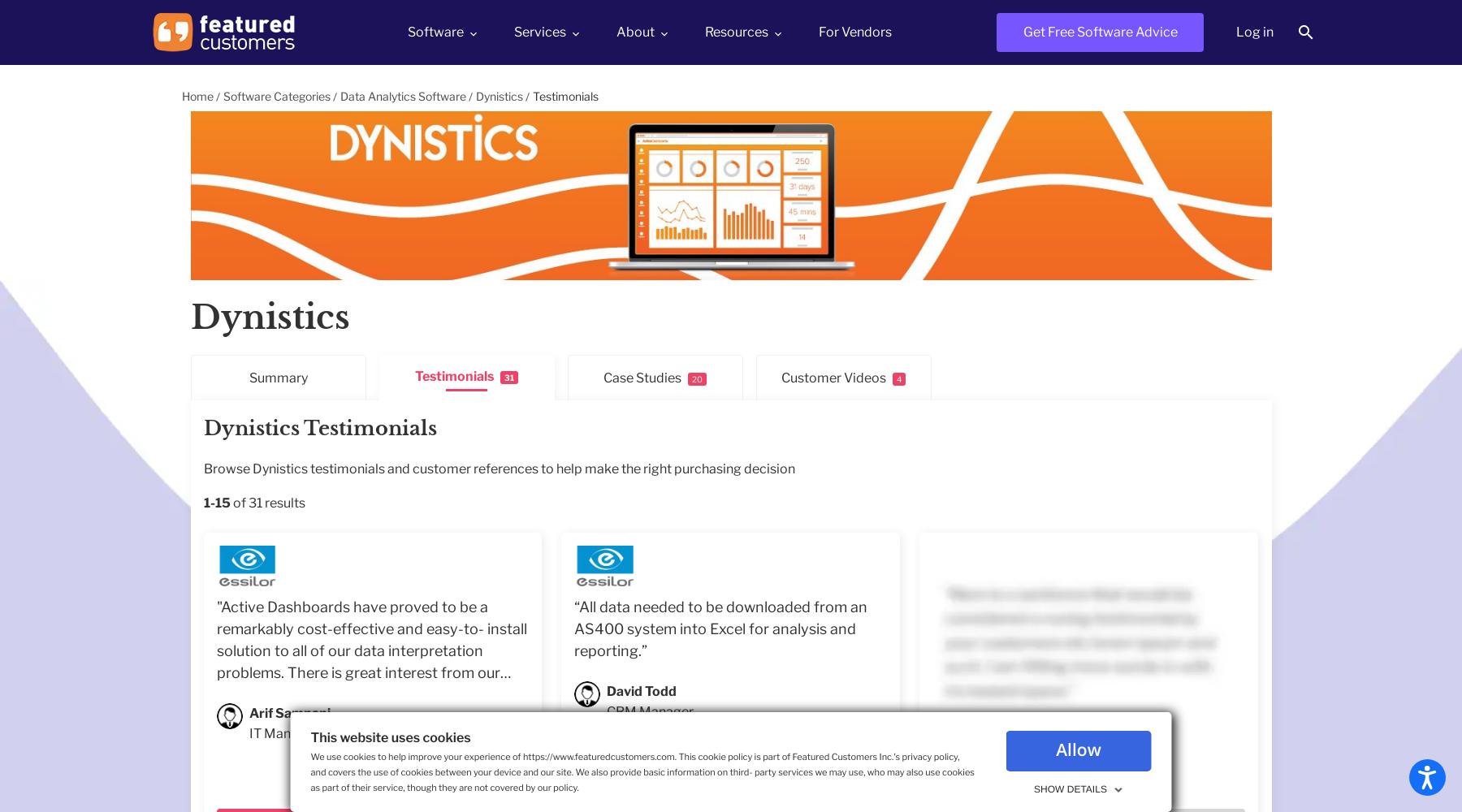 This screenshot has width=1462, height=812. What do you see at coordinates (642, 690) in the screenshot?
I see `'David Todd'` at bounding box center [642, 690].